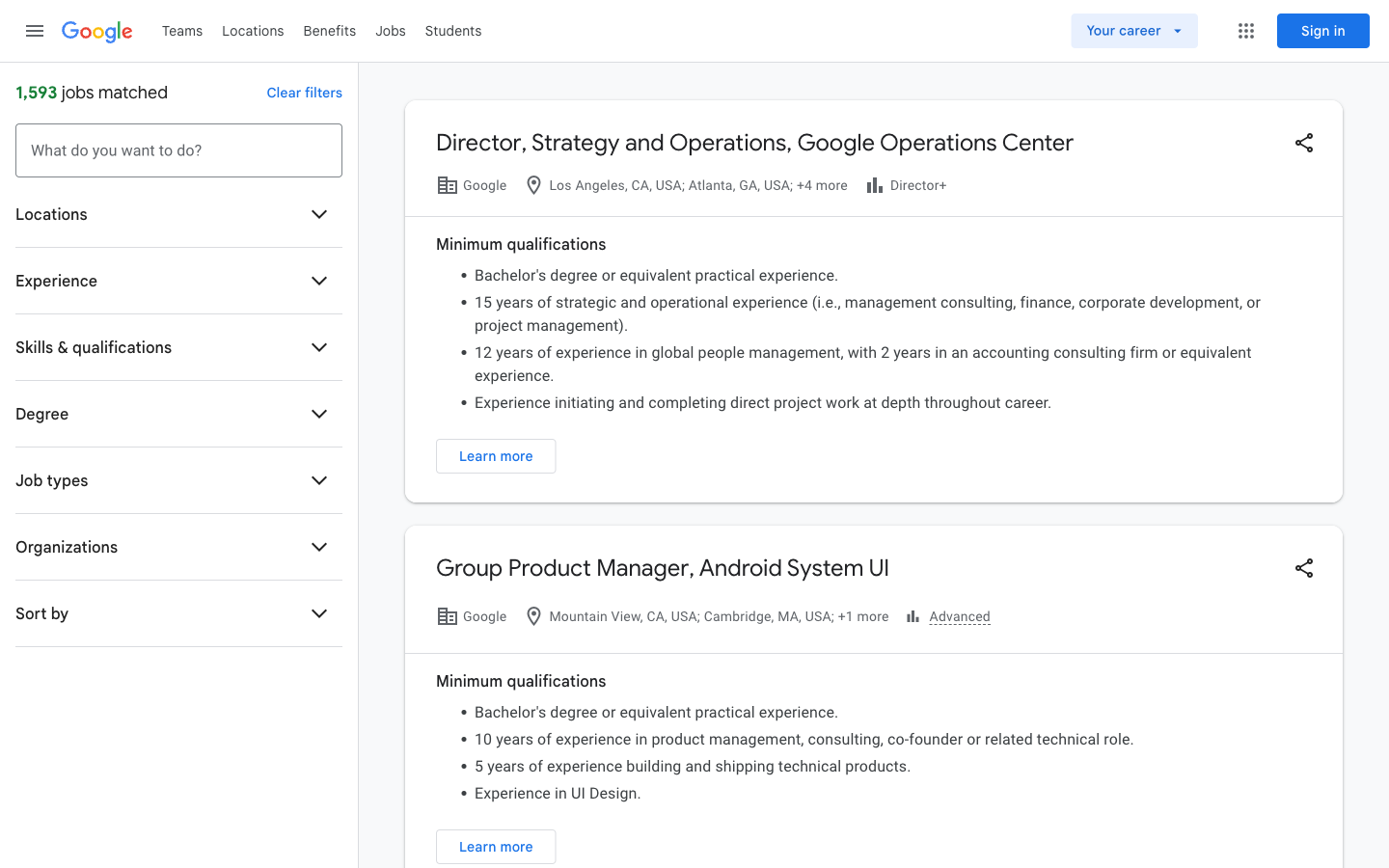 This screenshot has height=868, width=1389. Describe the element at coordinates (96, 32) in the screenshot. I see `Google` at that location.